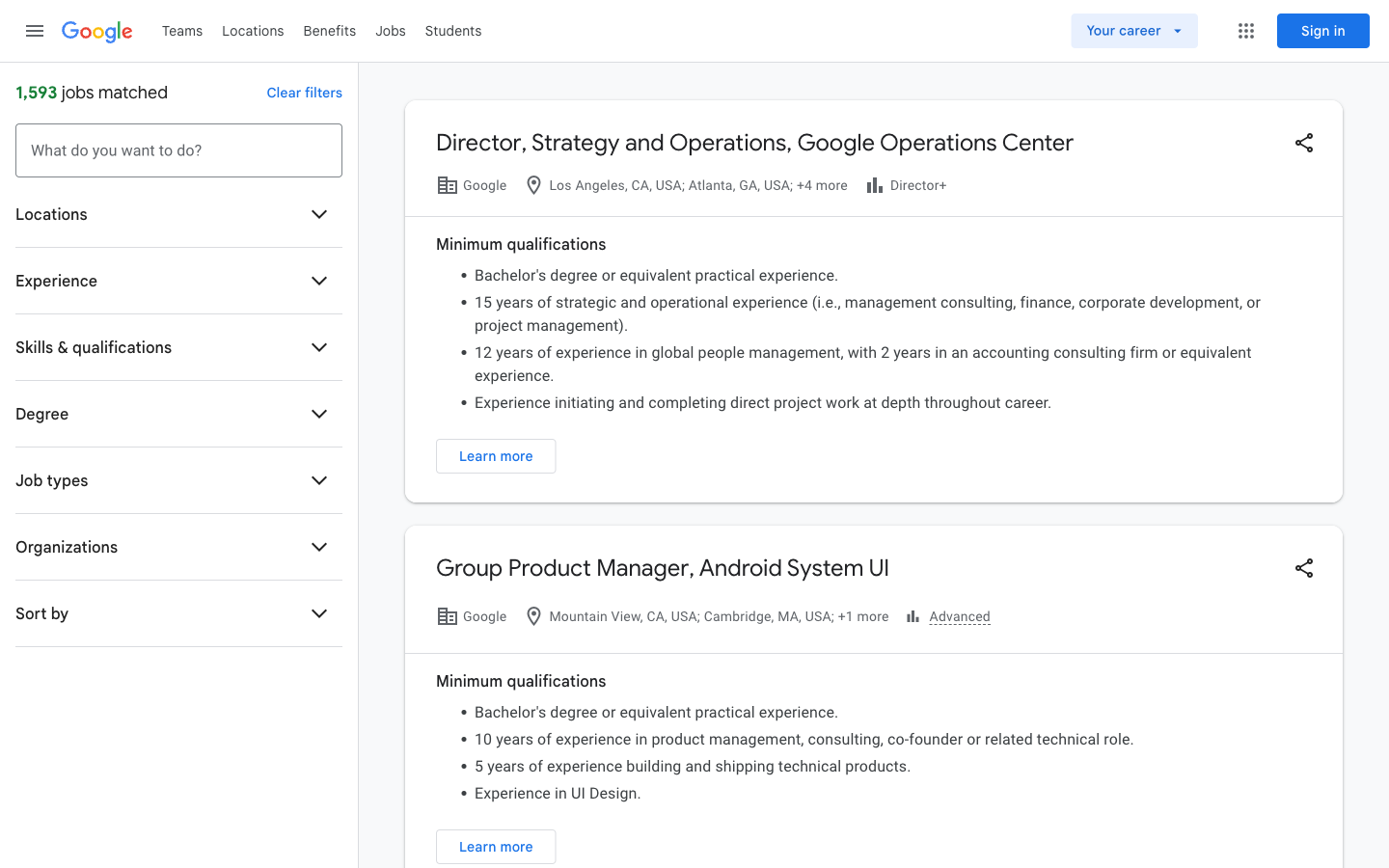 This screenshot has height=868, width=1389. Describe the element at coordinates (96, 32) in the screenshot. I see `Google` at that location.